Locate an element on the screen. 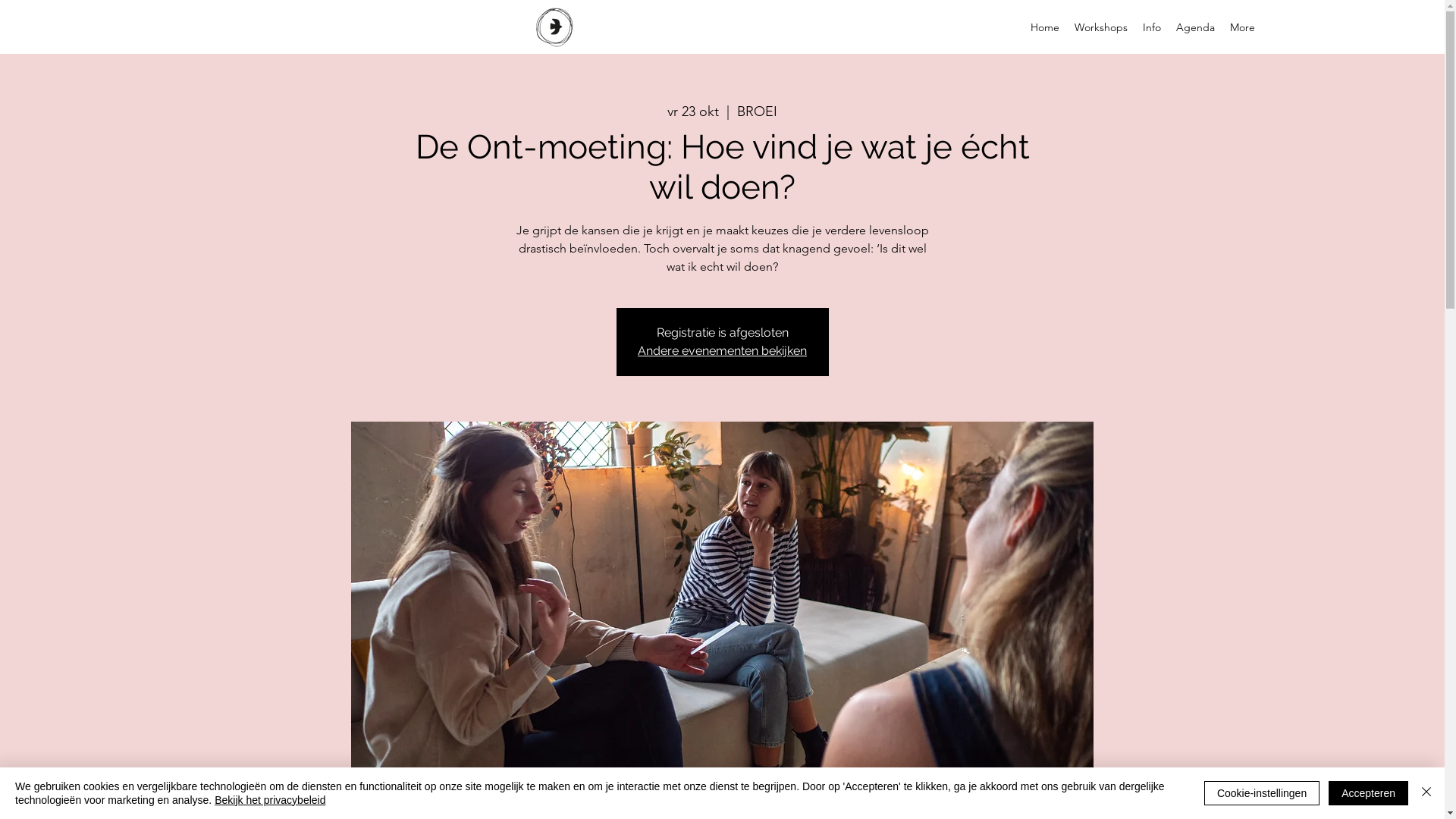 Image resolution: width=1456 pixels, height=819 pixels. 'Andere evenementen bekijken' is located at coordinates (721, 350).